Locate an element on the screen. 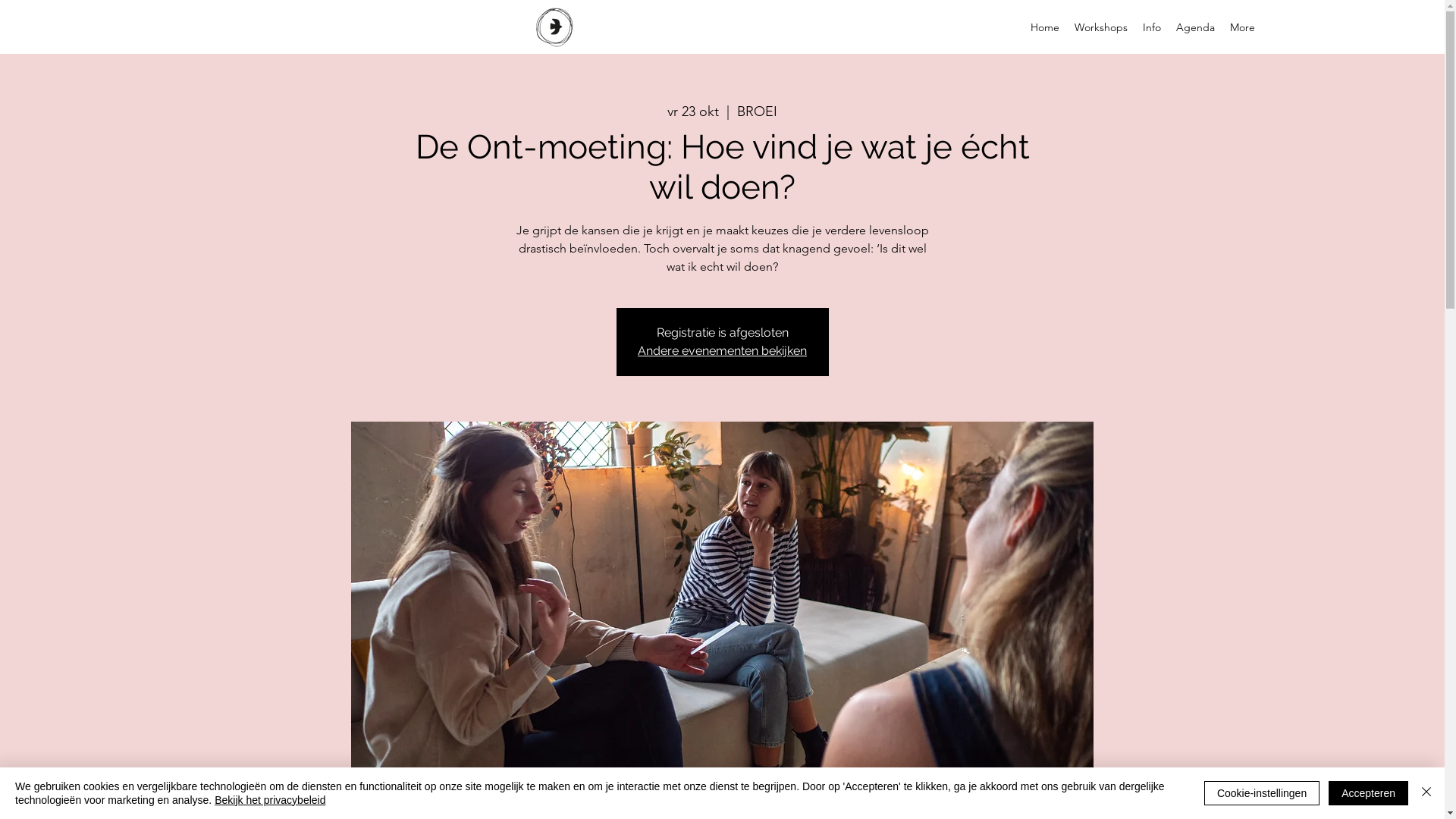 Image resolution: width=1456 pixels, height=819 pixels. 'Andere evenementen bekijken' is located at coordinates (721, 350).